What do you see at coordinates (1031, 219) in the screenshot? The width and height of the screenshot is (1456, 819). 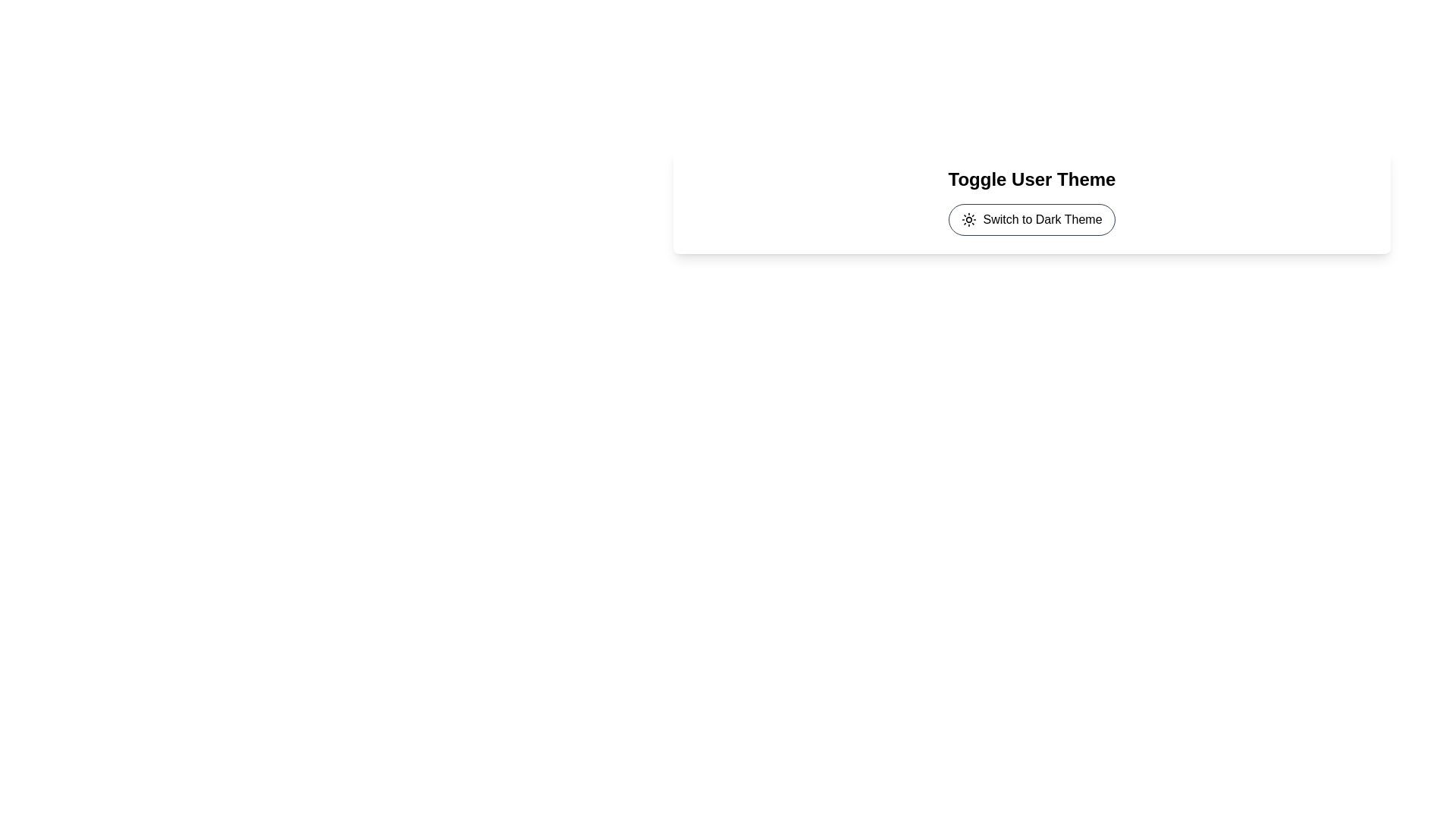 I see `the button labeled 'Switch to Dark Theme' to toggle the theme` at bounding box center [1031, 219].